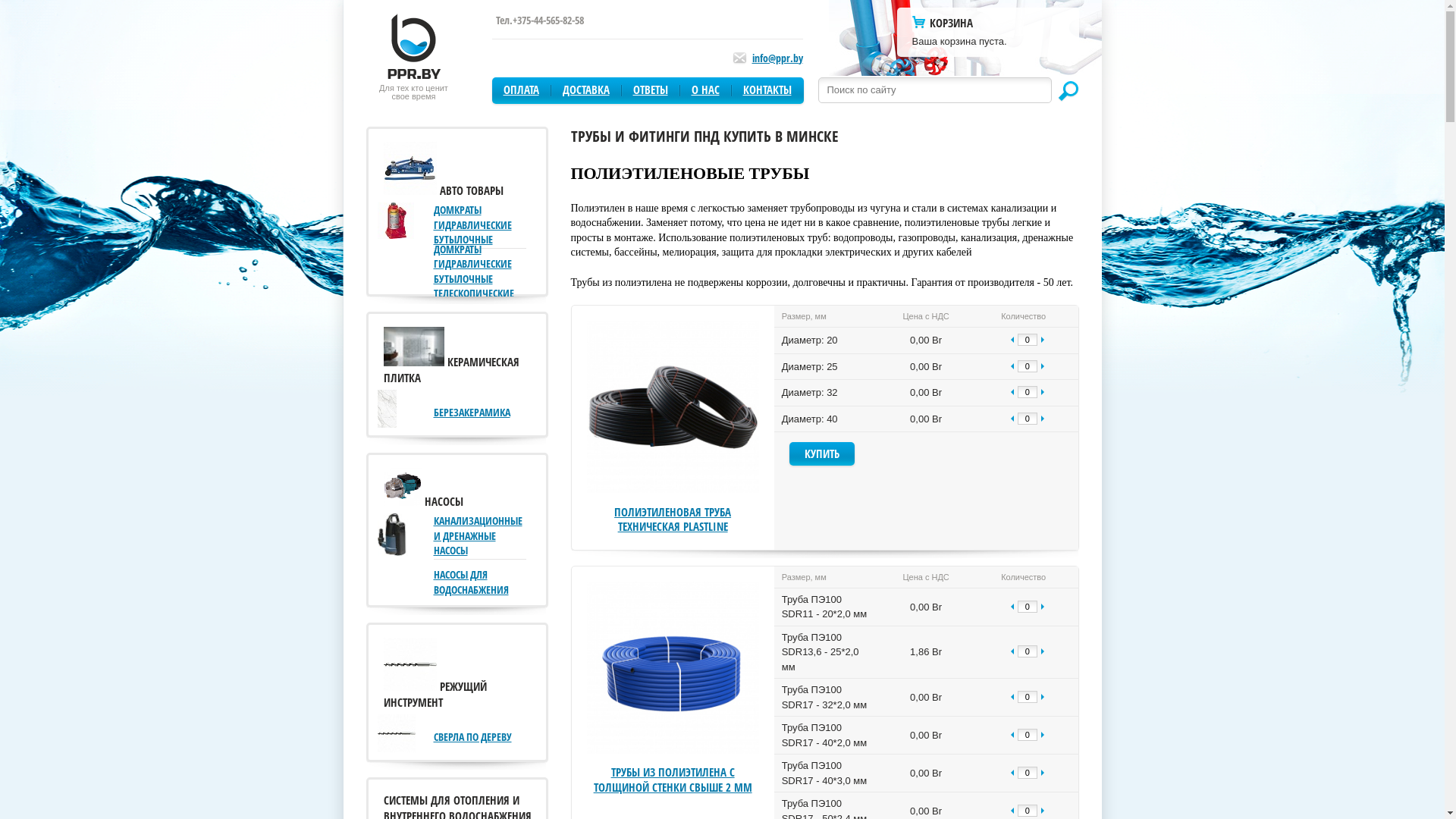  I want to click on '-', so click(1012, 607).